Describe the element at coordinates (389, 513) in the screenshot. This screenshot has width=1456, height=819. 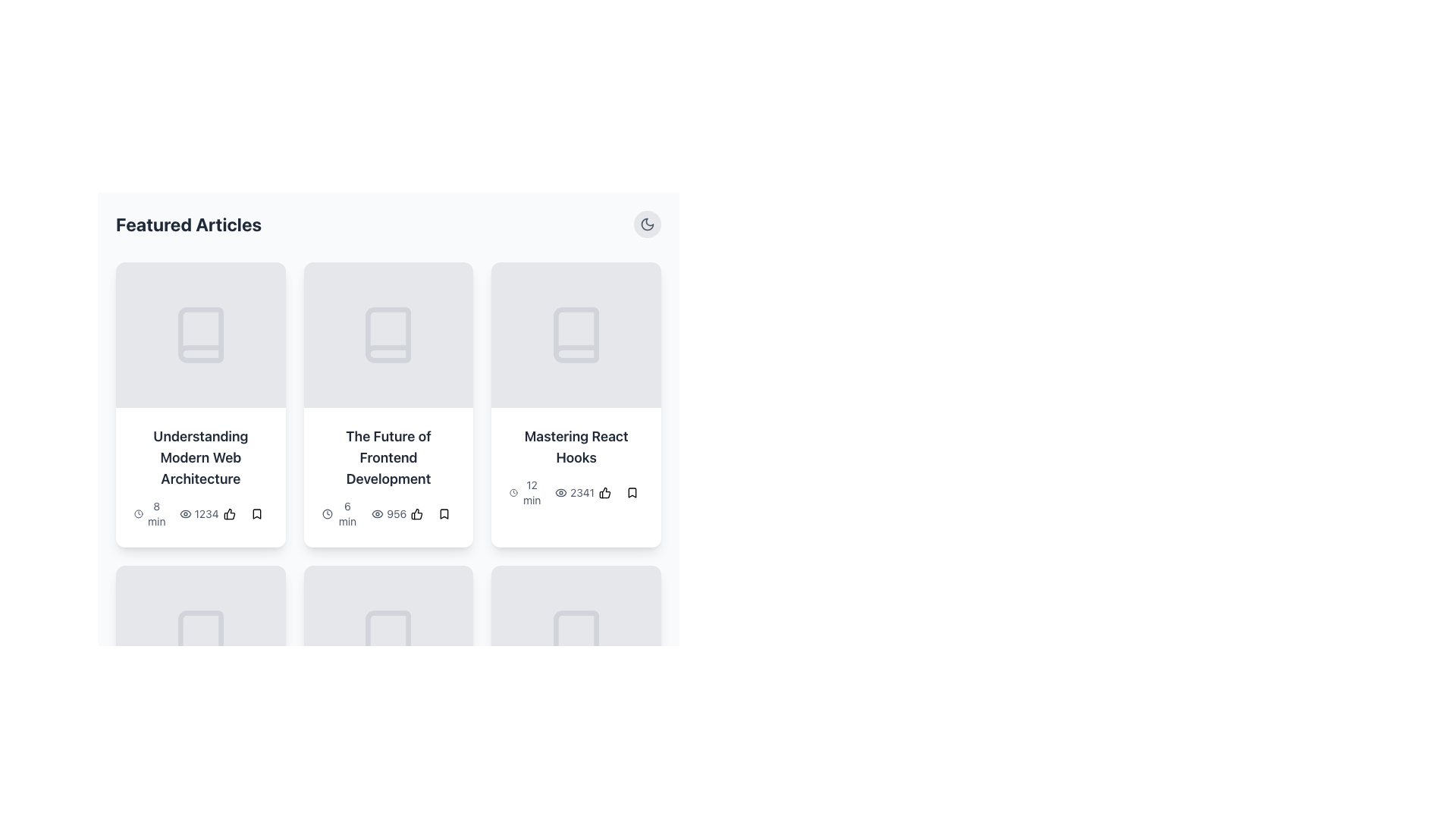
I see `the icon in the Label displaying the count of views associated with the article 'The Future of Frontend Development'` at that location.